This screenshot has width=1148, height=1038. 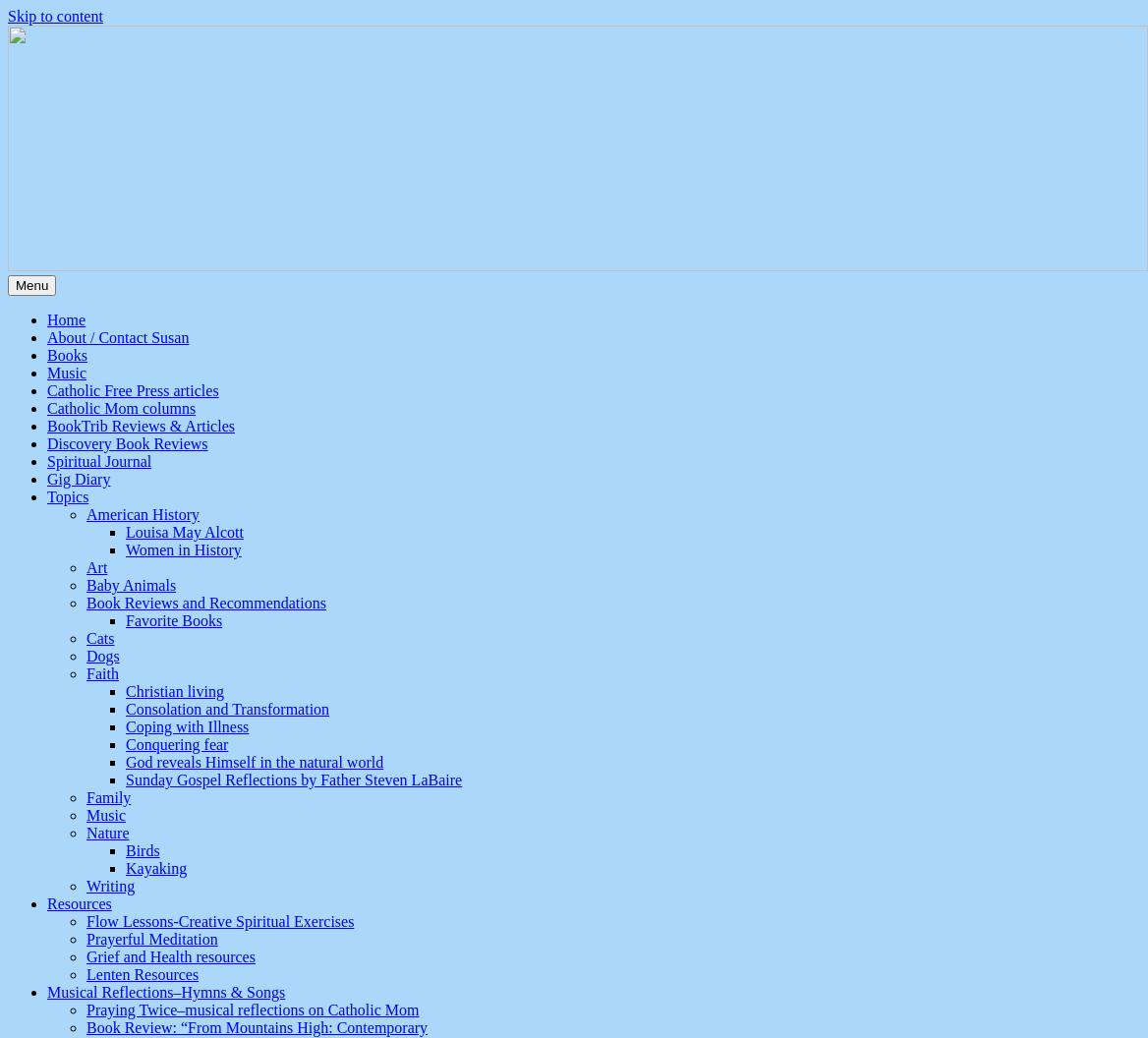 What do you see at coordinates (78, 478) in the screenshot?
I see `'Gig Diary'` at bounding box center [78, 478].